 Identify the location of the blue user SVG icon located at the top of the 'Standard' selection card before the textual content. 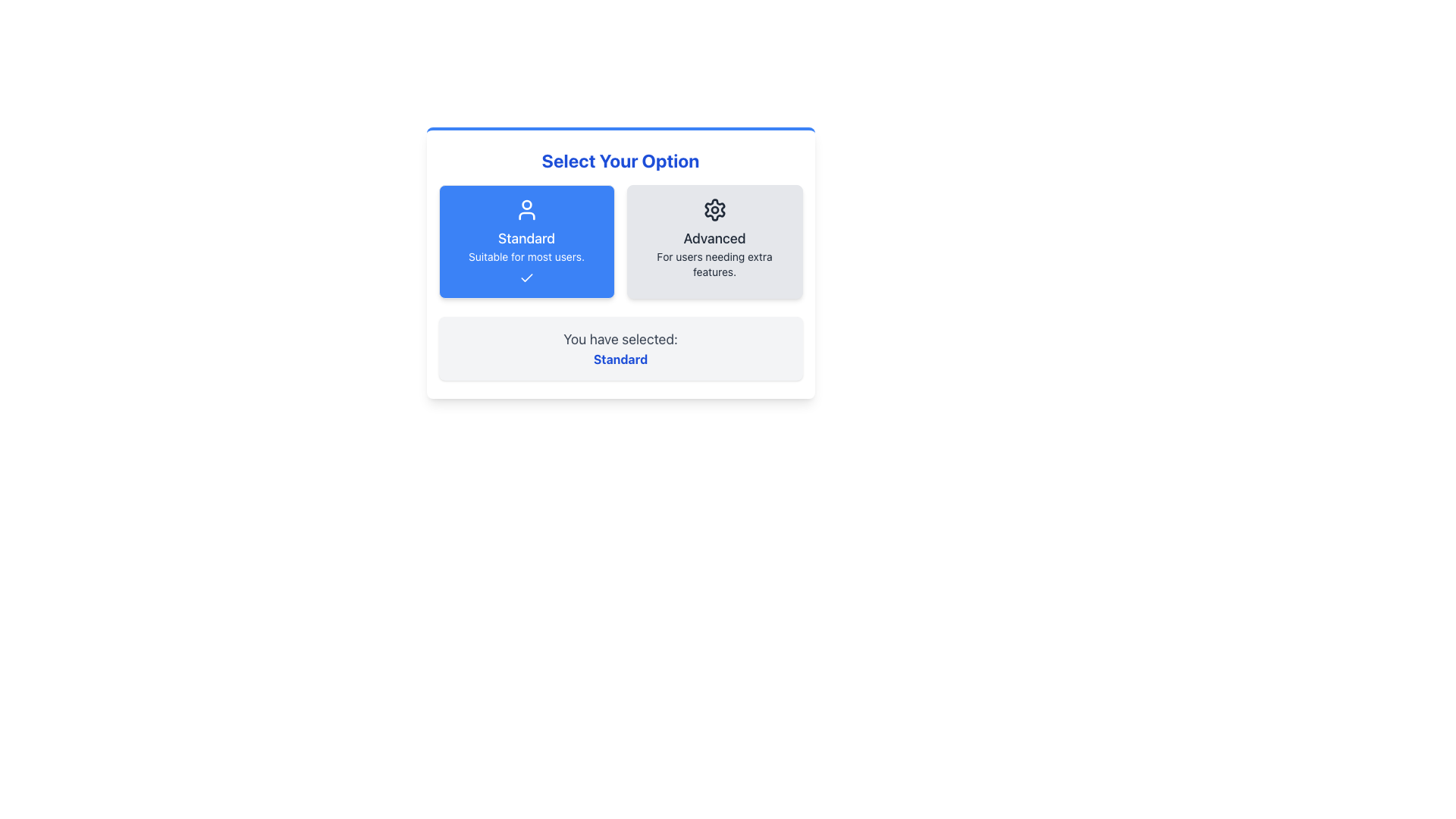
(526, 210).